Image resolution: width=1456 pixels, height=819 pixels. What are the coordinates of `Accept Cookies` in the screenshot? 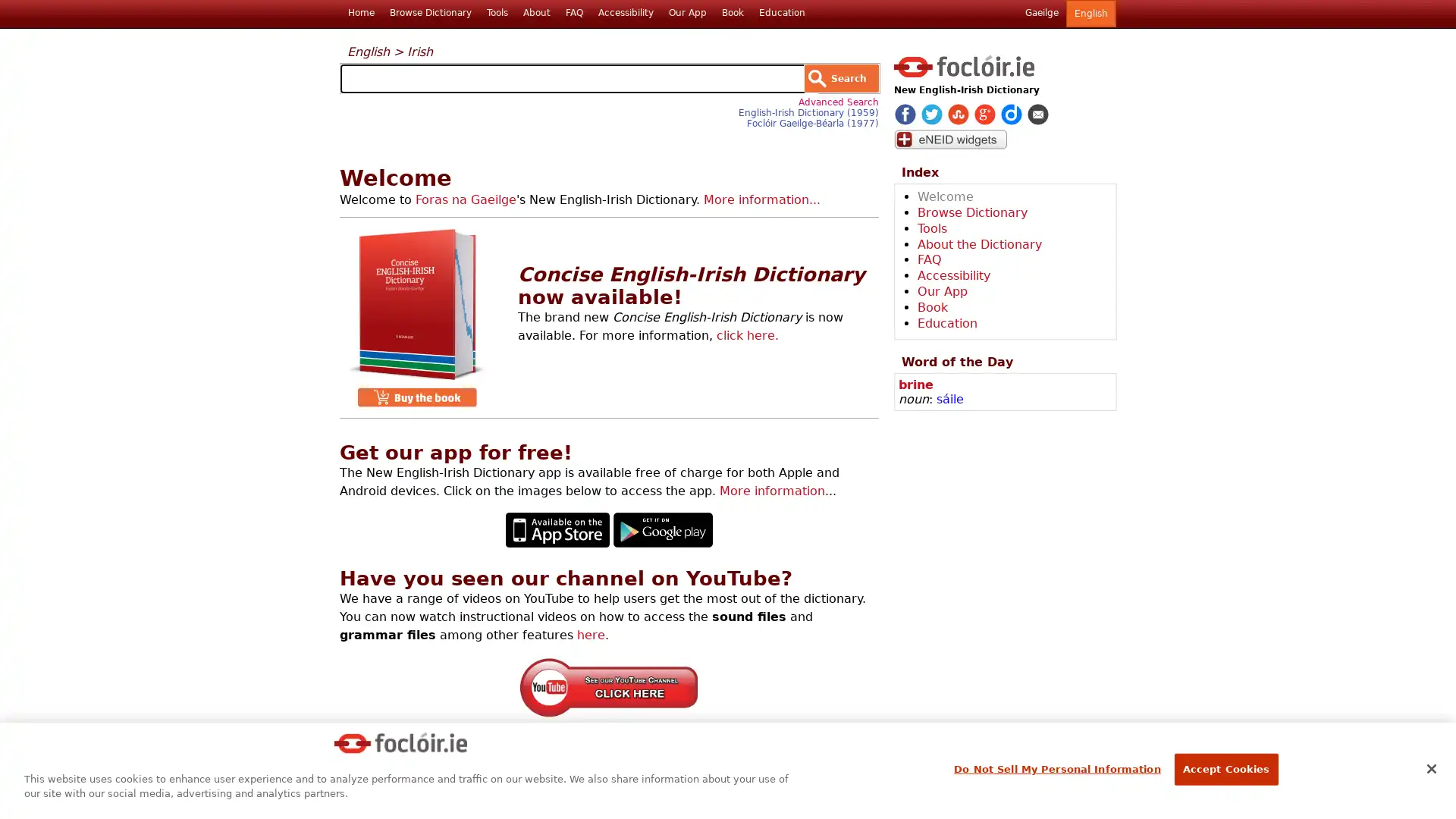 It's located at (1225, 769).